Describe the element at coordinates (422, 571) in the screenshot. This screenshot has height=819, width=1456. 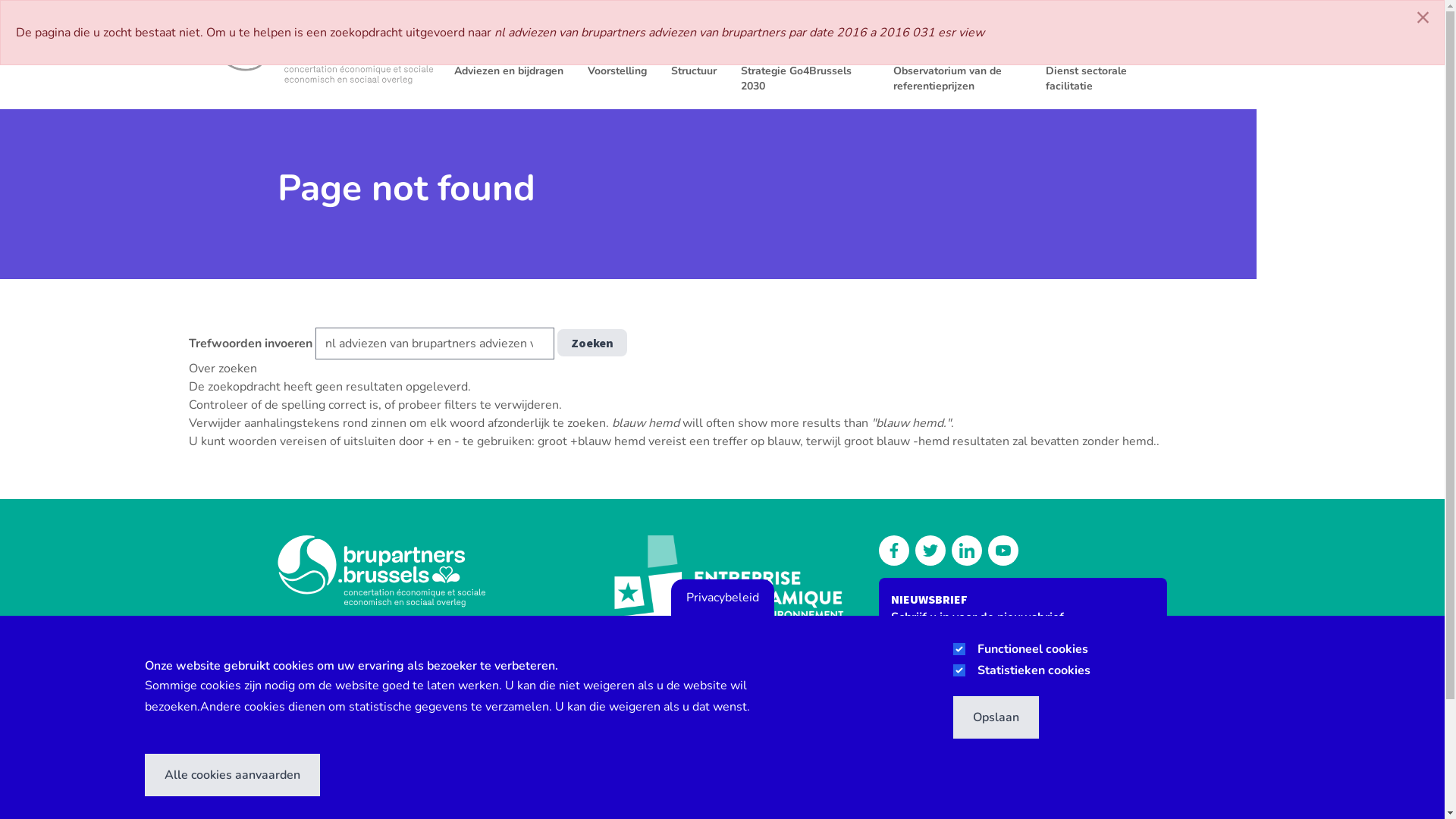
I see `'Brupartners'` at that location.